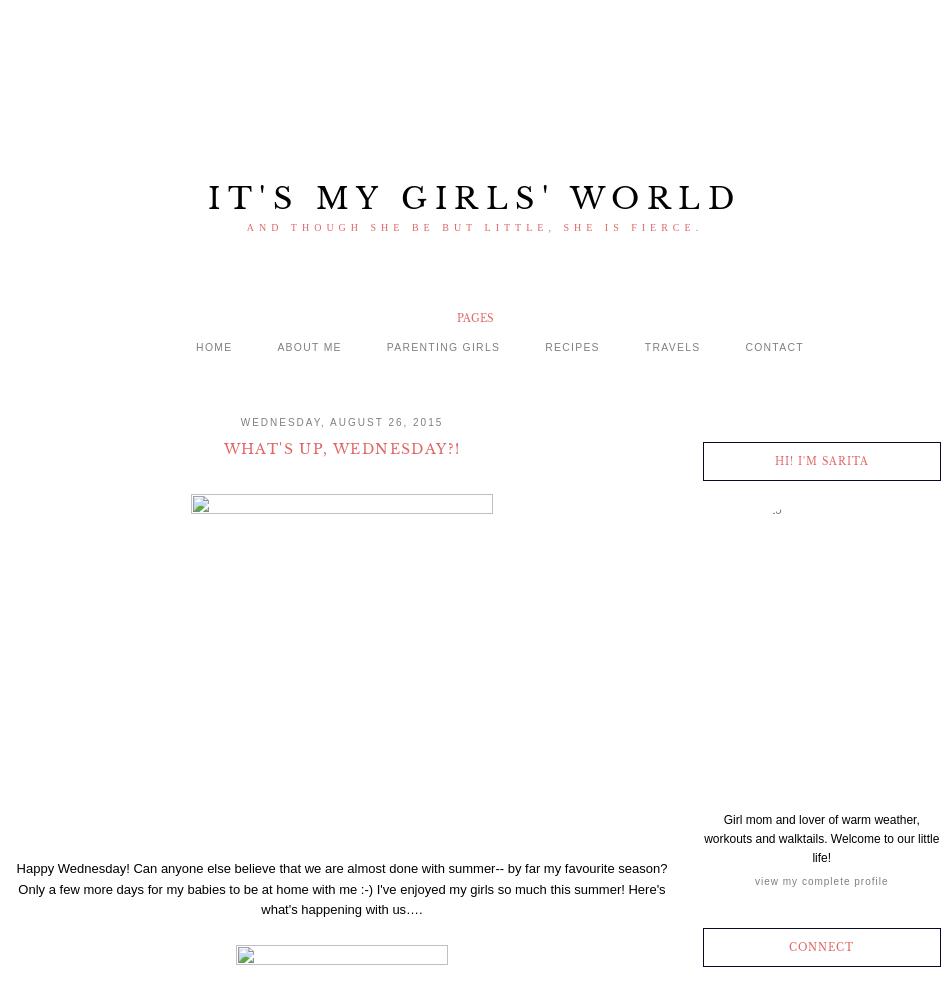  I want to click on 'Travels', so click(672, 346).